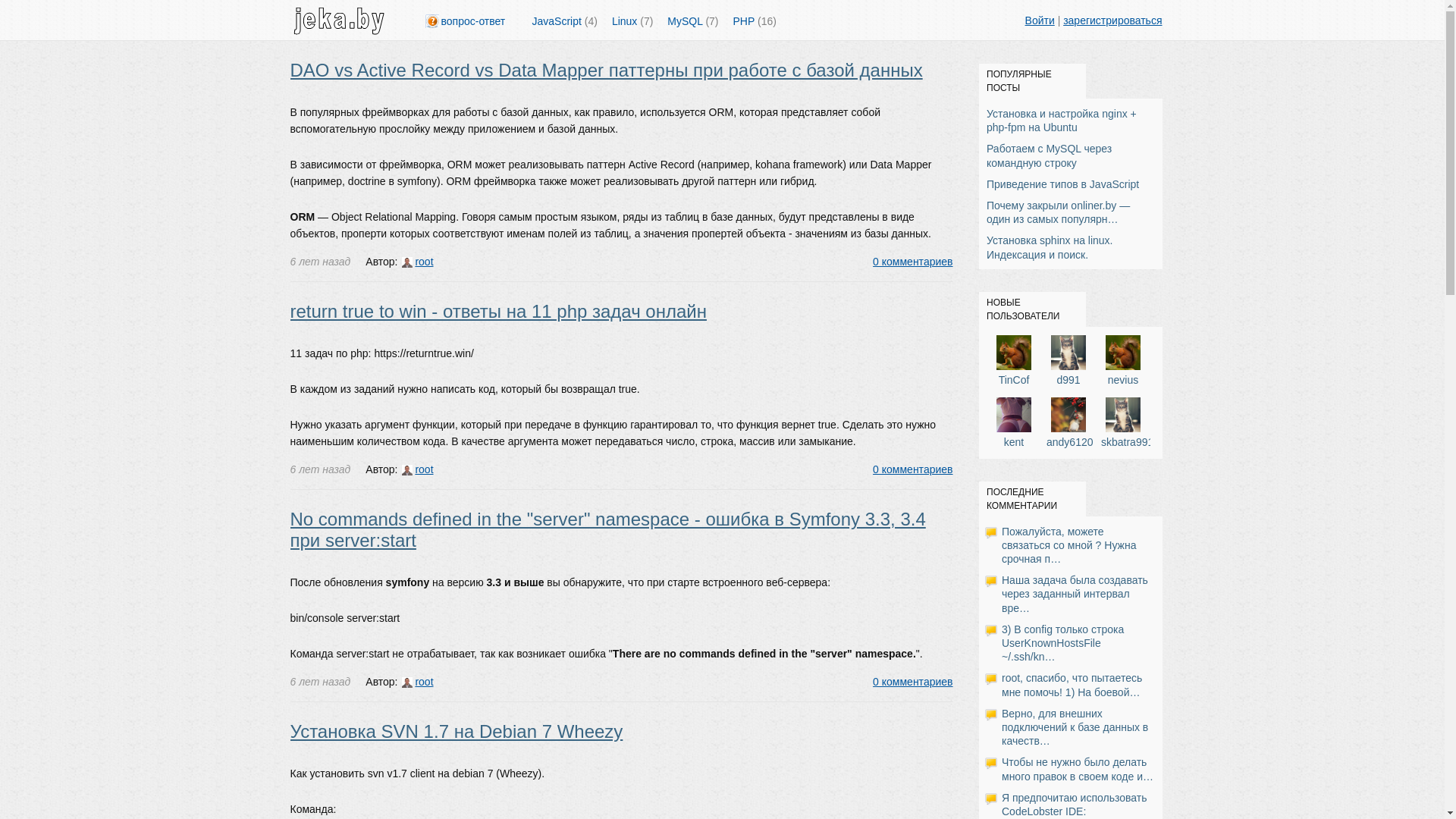 The height and width of the screenshot is (819, 1456). Describe the element at coordinates (996, 373) in the screenshot. I see `'TinCof'` at that location.